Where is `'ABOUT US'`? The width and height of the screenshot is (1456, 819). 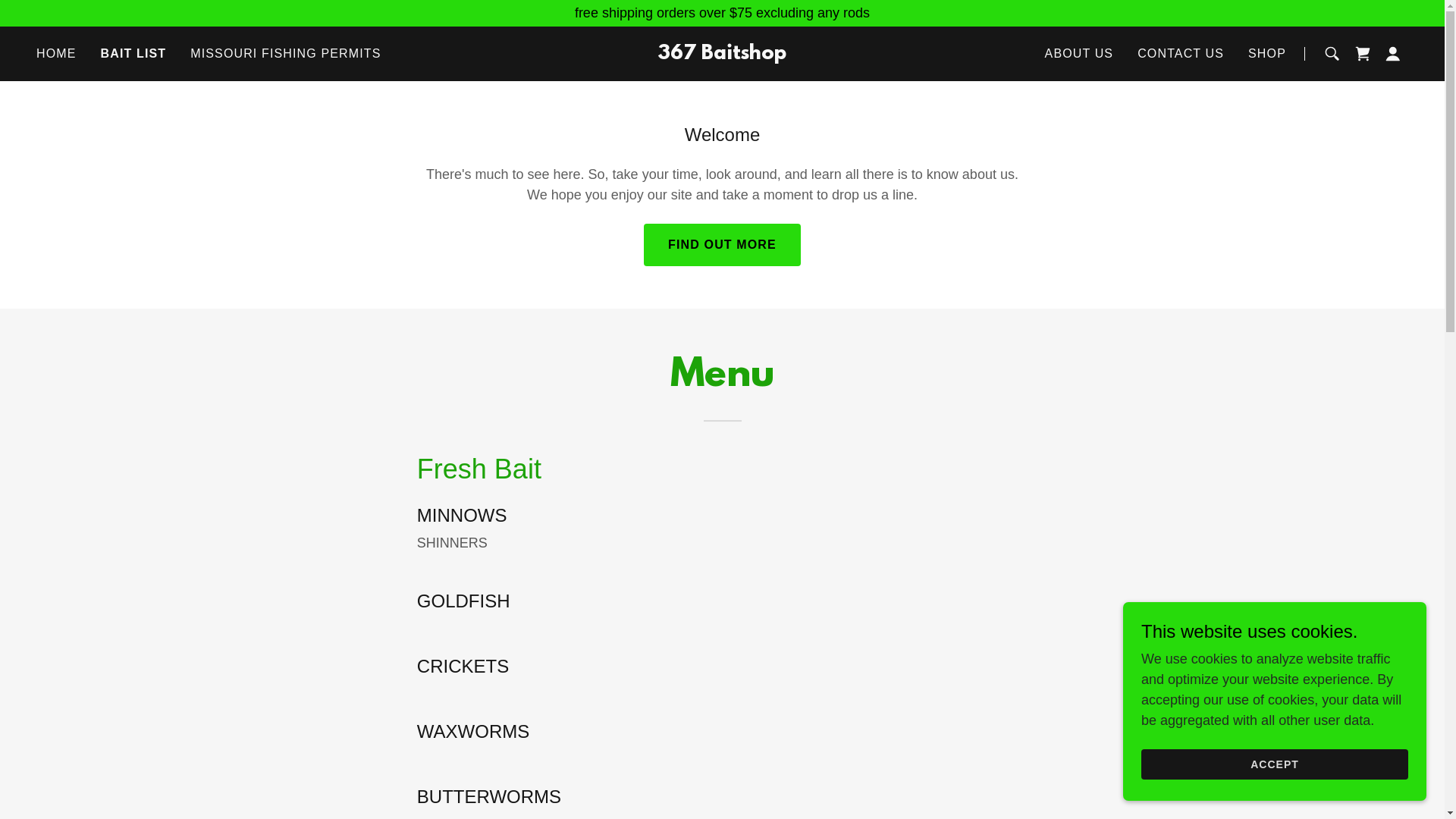 'ABOUT US' is located at coordinates (1078, 52).